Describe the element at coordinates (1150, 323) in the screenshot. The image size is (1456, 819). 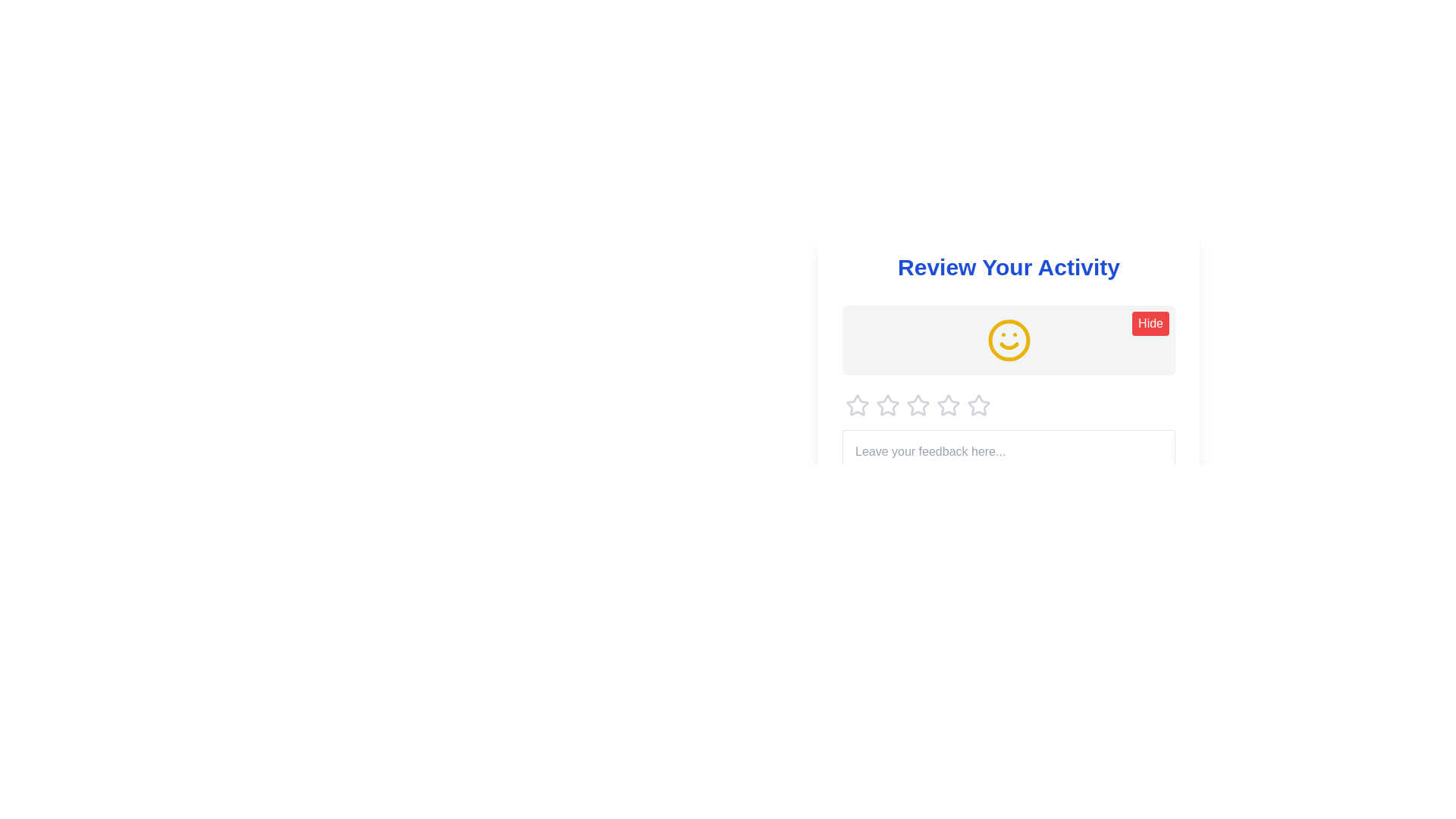
I see `'Hide' button to hide the smiley icon` at that location.